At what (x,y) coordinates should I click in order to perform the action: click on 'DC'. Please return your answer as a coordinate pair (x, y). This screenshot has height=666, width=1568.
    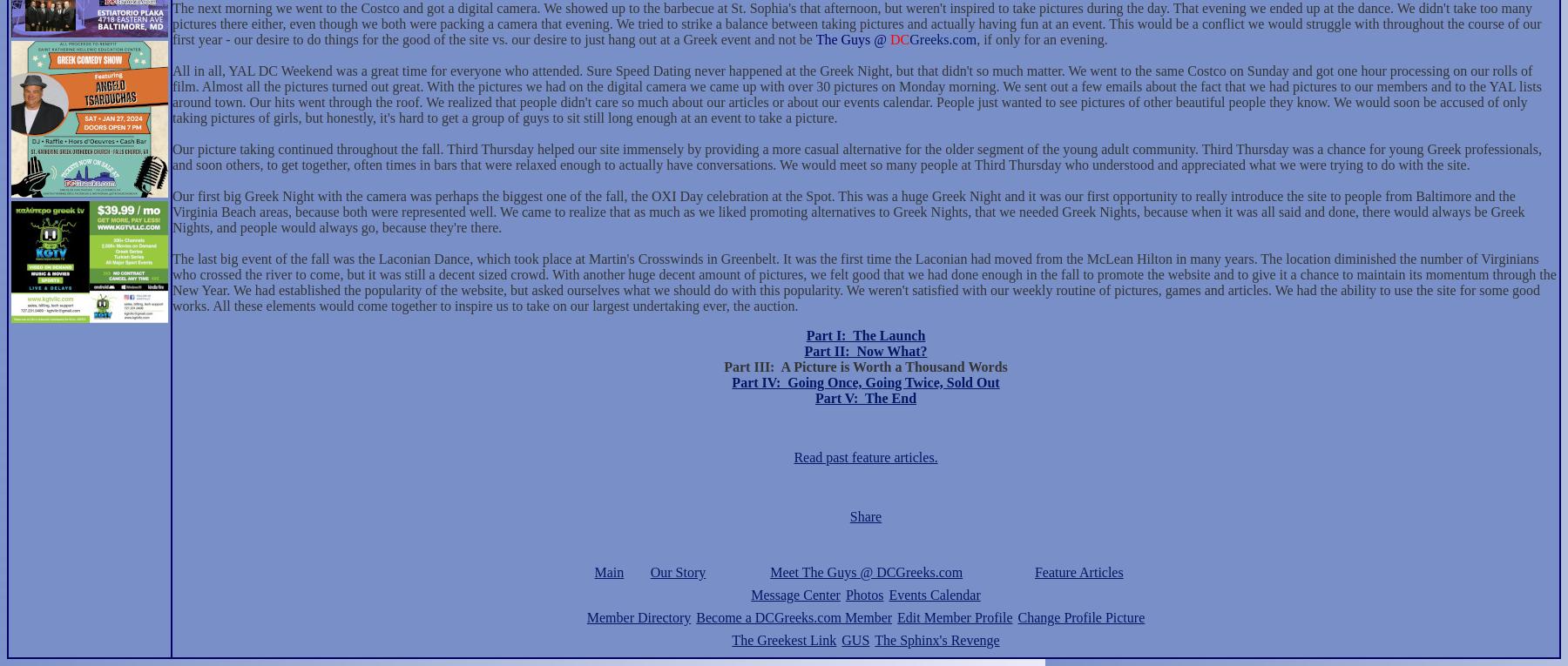
    Looking at the image, I should click on (900, 39).